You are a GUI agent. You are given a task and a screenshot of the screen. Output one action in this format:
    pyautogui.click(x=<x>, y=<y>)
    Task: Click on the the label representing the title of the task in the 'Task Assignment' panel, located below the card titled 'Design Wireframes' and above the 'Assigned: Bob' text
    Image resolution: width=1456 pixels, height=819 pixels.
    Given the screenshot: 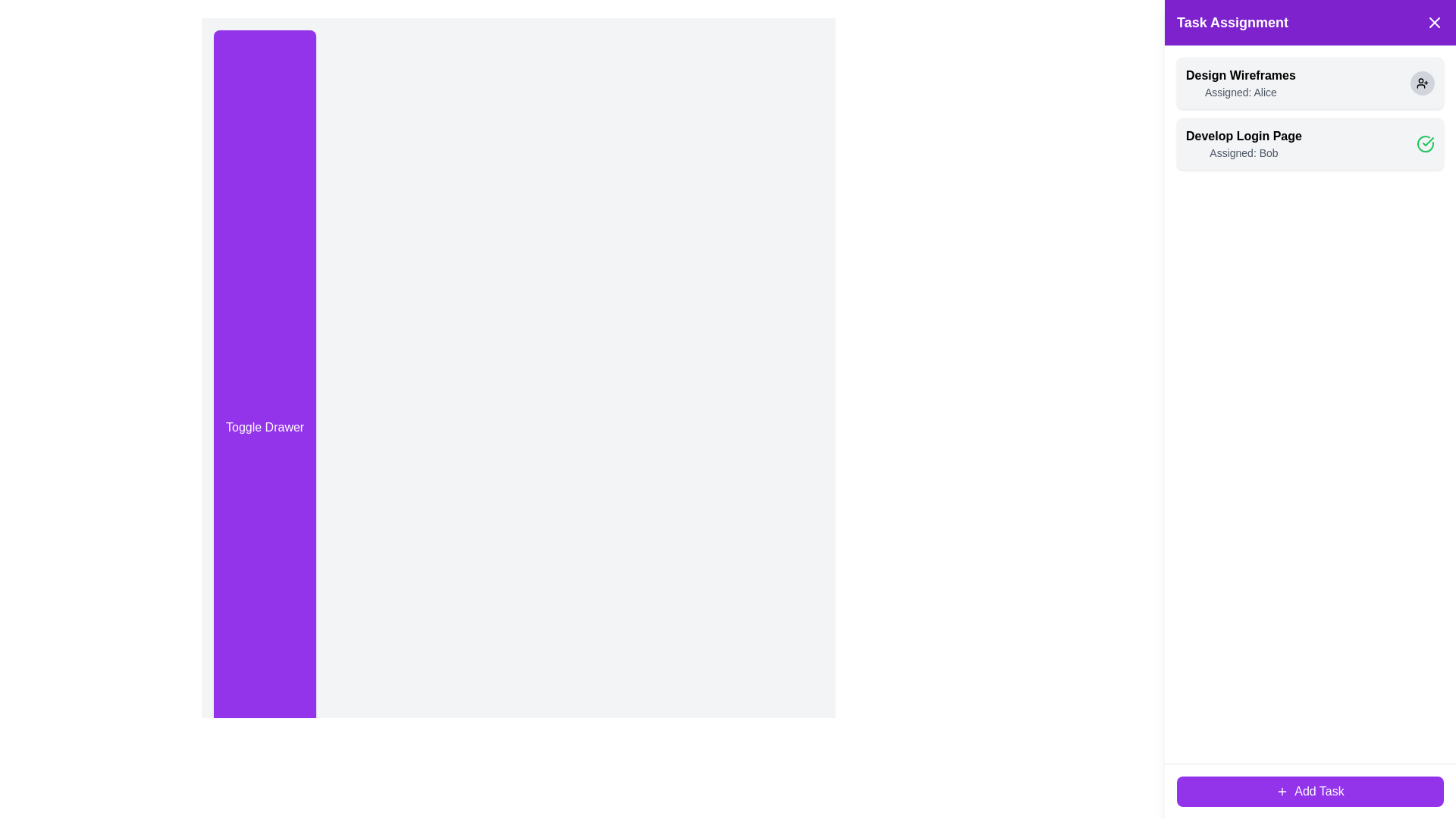 What is the action you would take?
    pyautogui.click(x=1244, y=136)
    